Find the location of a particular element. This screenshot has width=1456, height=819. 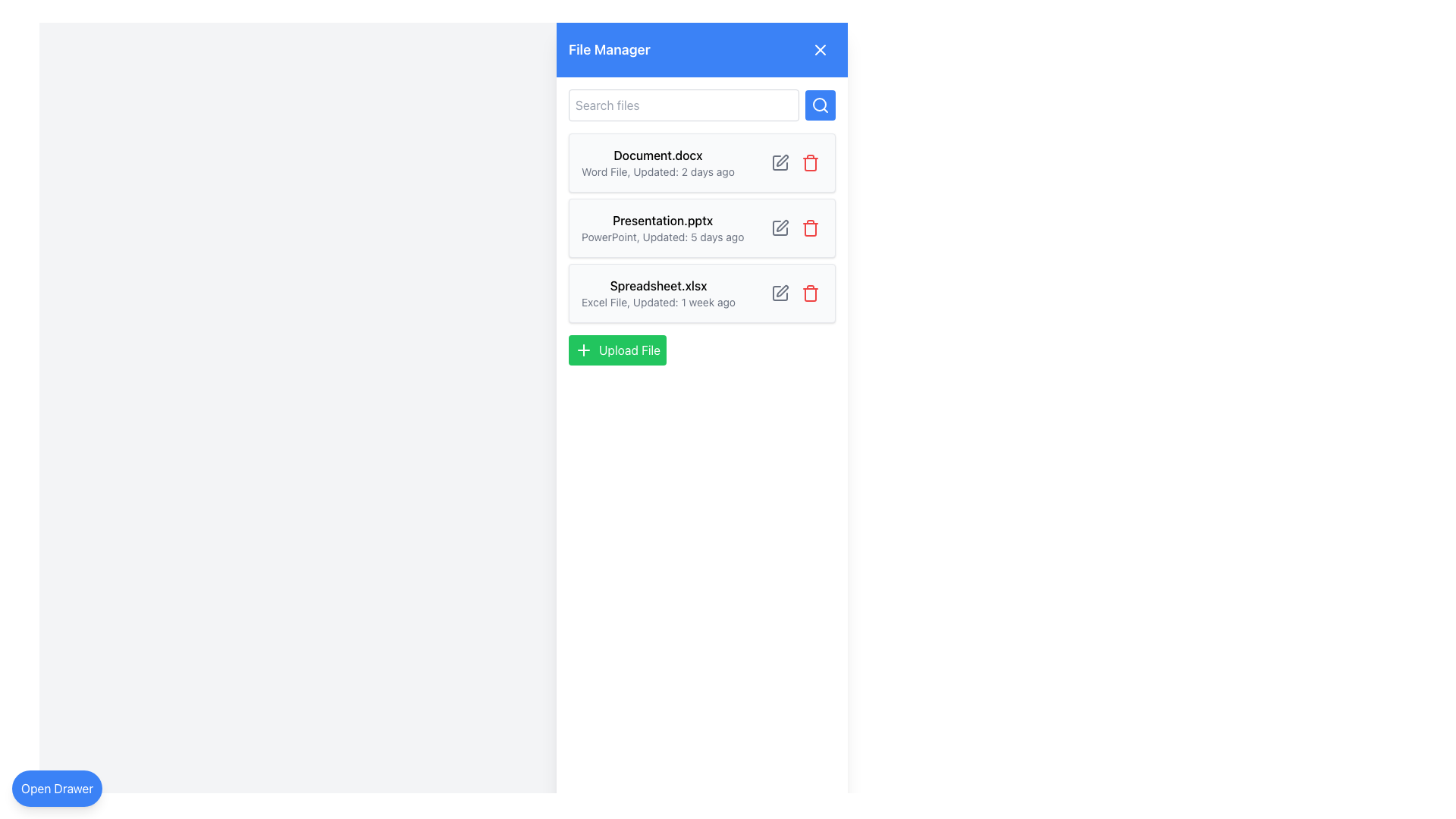

the text label reading 'Presentation.pptx' which is styled in a medium-weight font and appears in black color, located in the second file entry of the file management interface is located at coordinates (663, 220).